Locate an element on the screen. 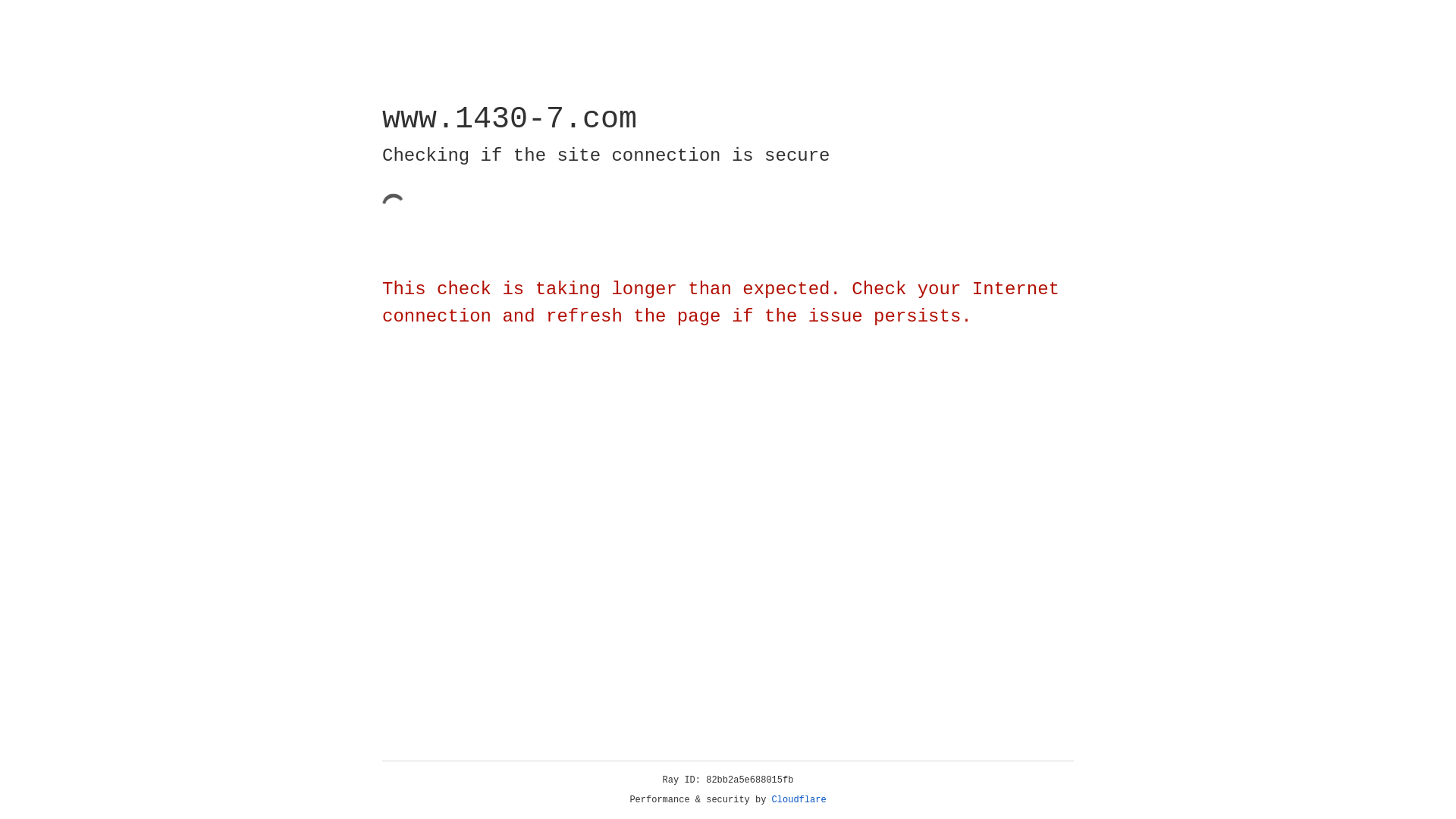 Image resolution: width=1456 pixels, height=819 pixels. 'Cloudflare' is located at coordinates (799, 799).